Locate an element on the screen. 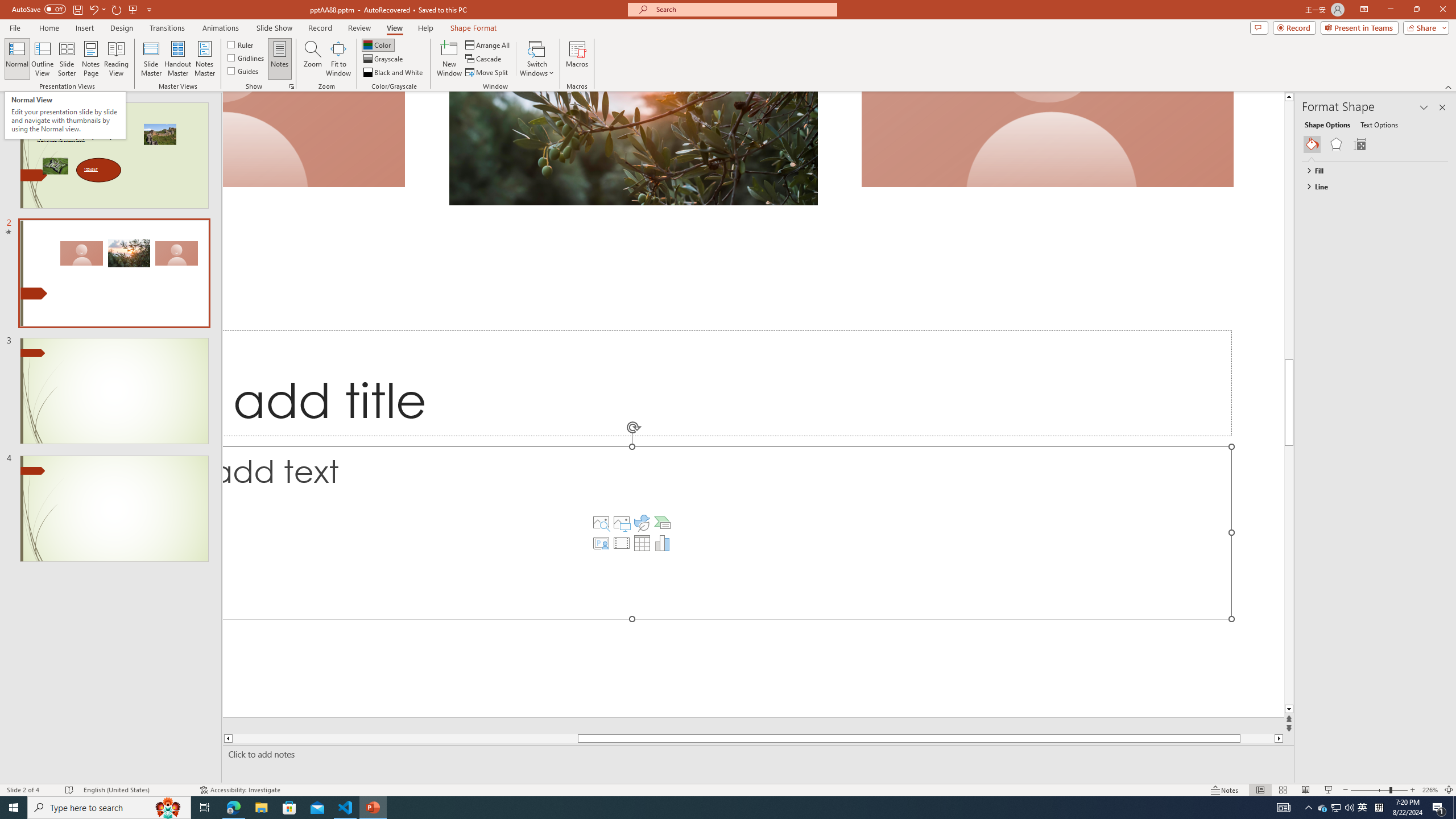  'Insert Cameo' is located at coordinates (601, 542).